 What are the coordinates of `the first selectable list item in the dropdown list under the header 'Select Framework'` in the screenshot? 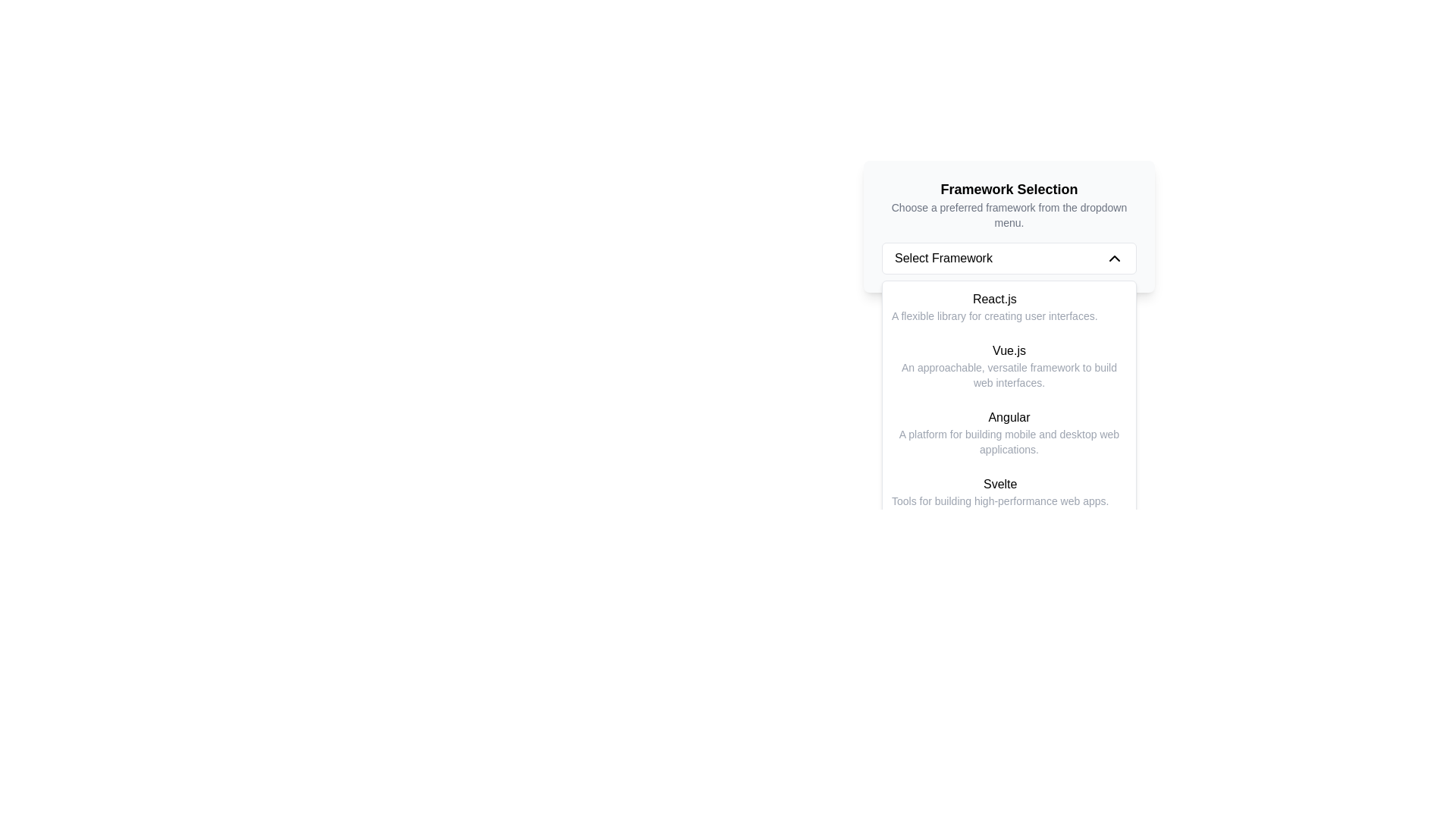 It's located at (1009, 307).